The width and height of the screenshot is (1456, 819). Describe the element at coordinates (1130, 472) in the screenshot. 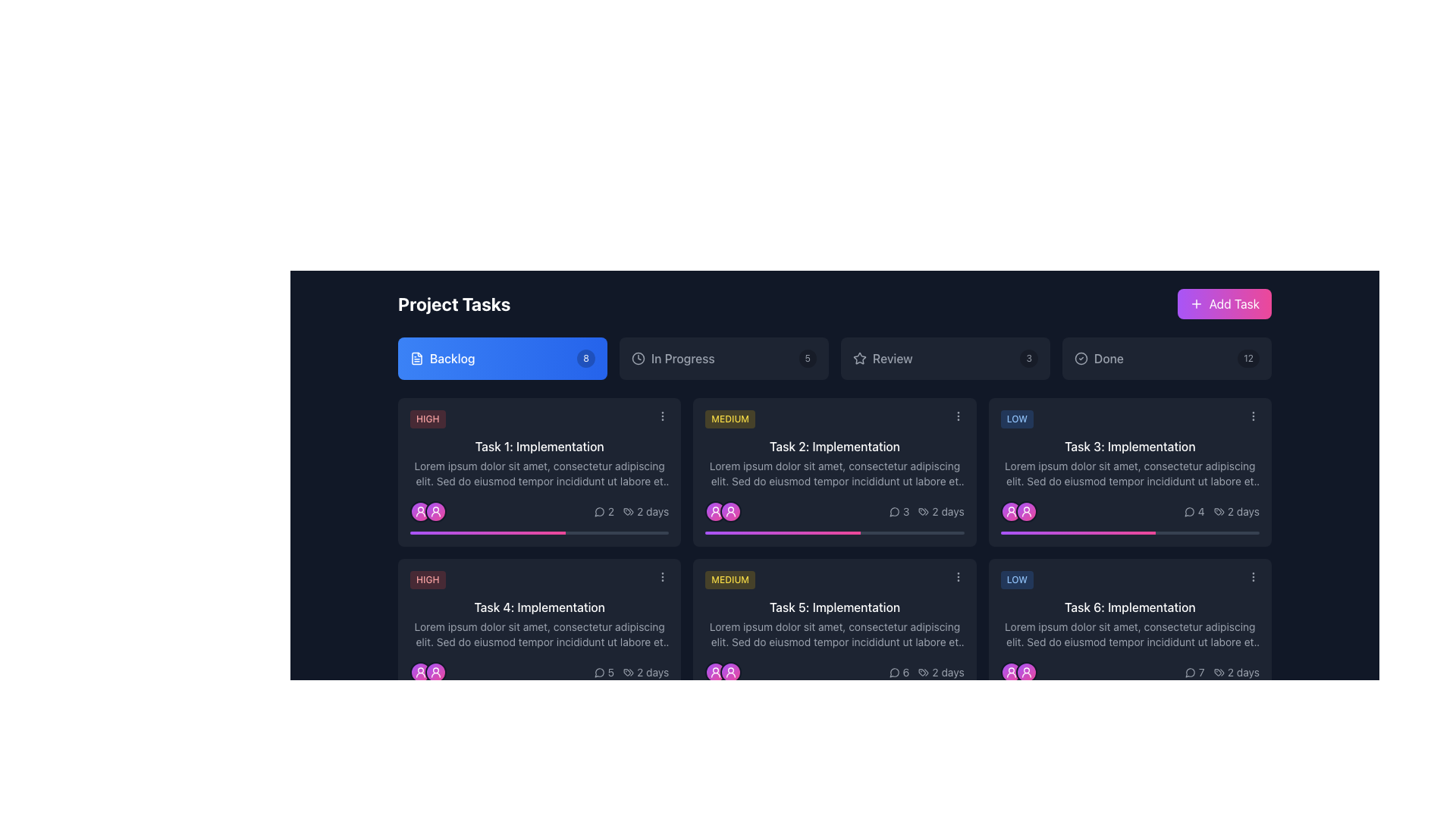

I see `gray text block displaying 'Lorem ipsum dolor sit amet, consectetur adipiscing elit. Sed do eiusmod tempor incididunt ut labore et dolore magna aliqua.' located under the title 'Task 3: Implementation' in the 'LOW' category within the card in the rightmost column of the 'Backlog' section` at that location.